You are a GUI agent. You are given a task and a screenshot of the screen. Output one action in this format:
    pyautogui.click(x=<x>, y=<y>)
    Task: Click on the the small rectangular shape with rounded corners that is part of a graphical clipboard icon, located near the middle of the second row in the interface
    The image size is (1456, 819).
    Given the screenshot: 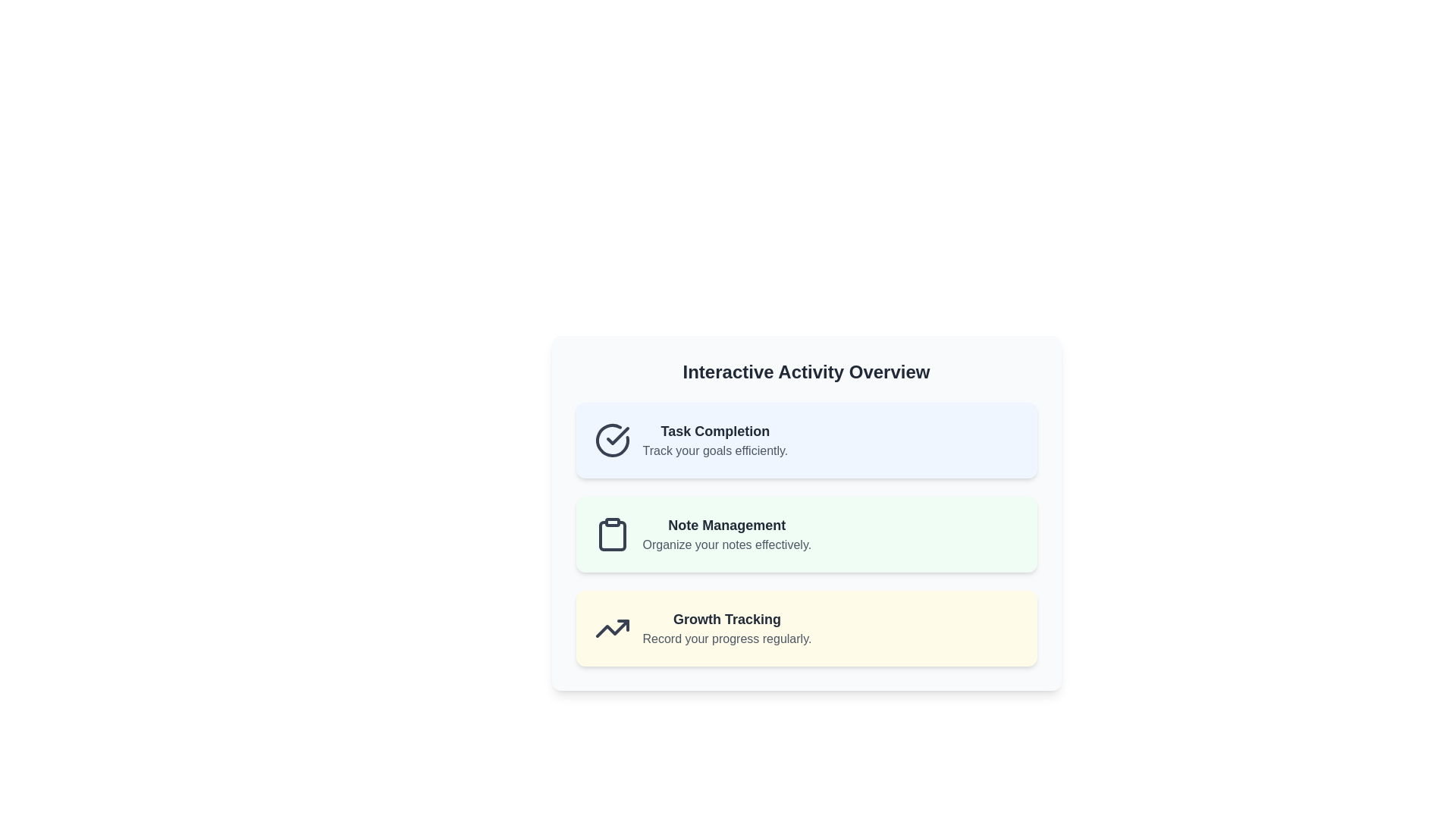 What is the action you would take?
    pyautogui.click(x=612, y=522)
    